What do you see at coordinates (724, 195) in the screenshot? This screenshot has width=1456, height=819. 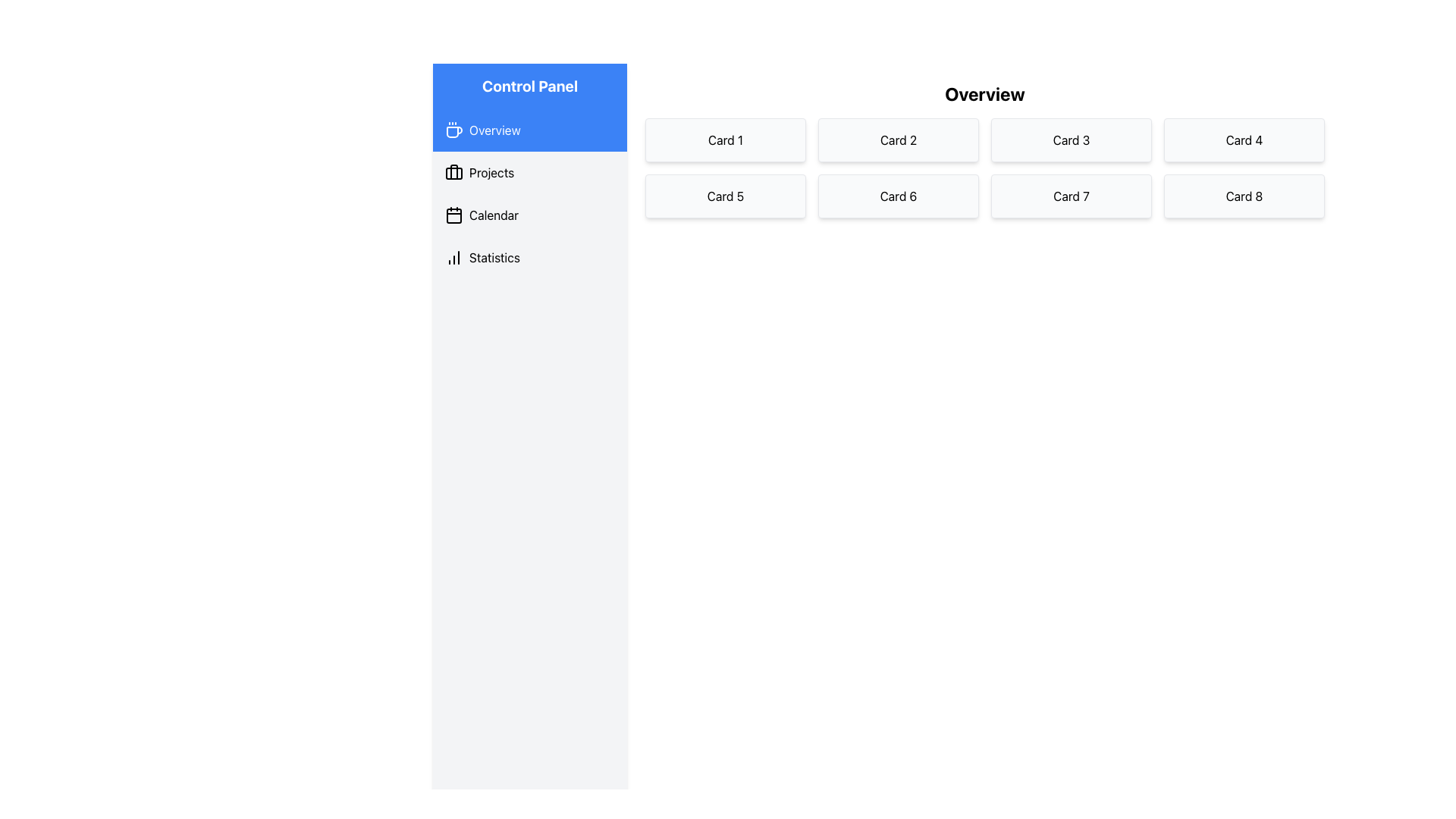 I see `the text label that reads 'Card 5', which is bold and centered inside a rectangular card with a light gray background and rounded corners, located in the second row and first column of the grid layout` at bounding box center [724, 195].